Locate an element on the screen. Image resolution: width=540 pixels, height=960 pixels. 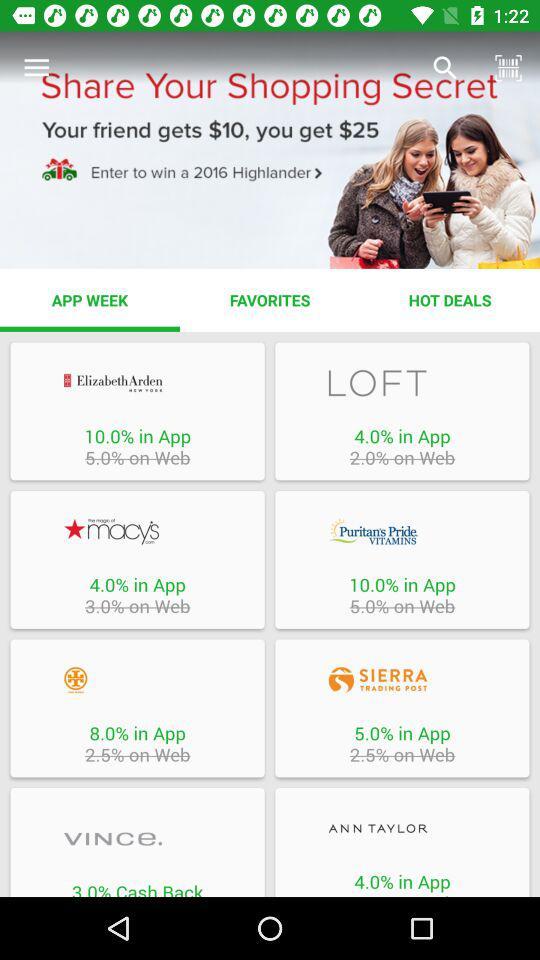
website is located at coordinates (136, 530).